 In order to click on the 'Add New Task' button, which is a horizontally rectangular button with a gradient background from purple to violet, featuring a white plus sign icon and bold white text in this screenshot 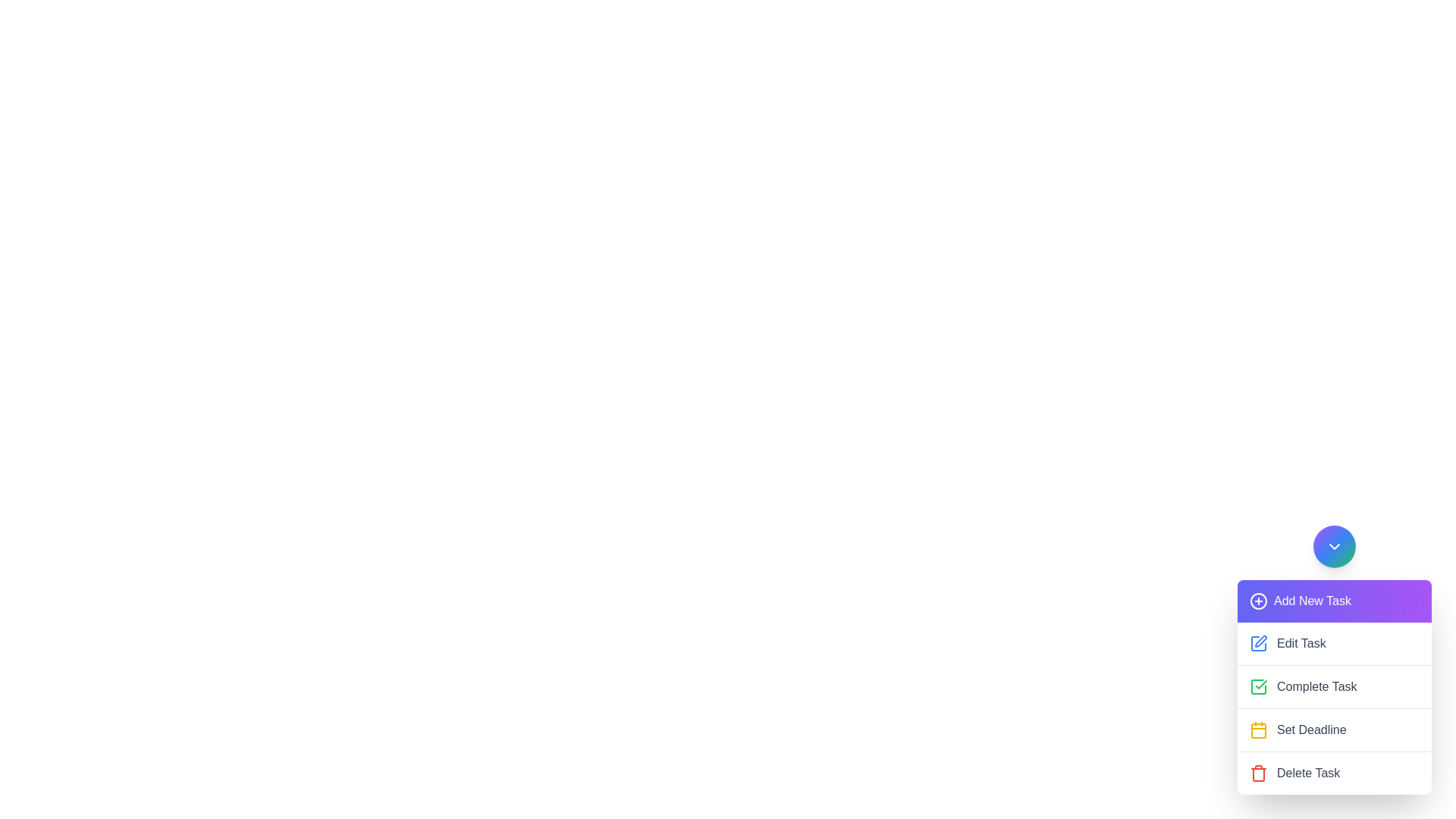, I will do `click(1335, 601)`.